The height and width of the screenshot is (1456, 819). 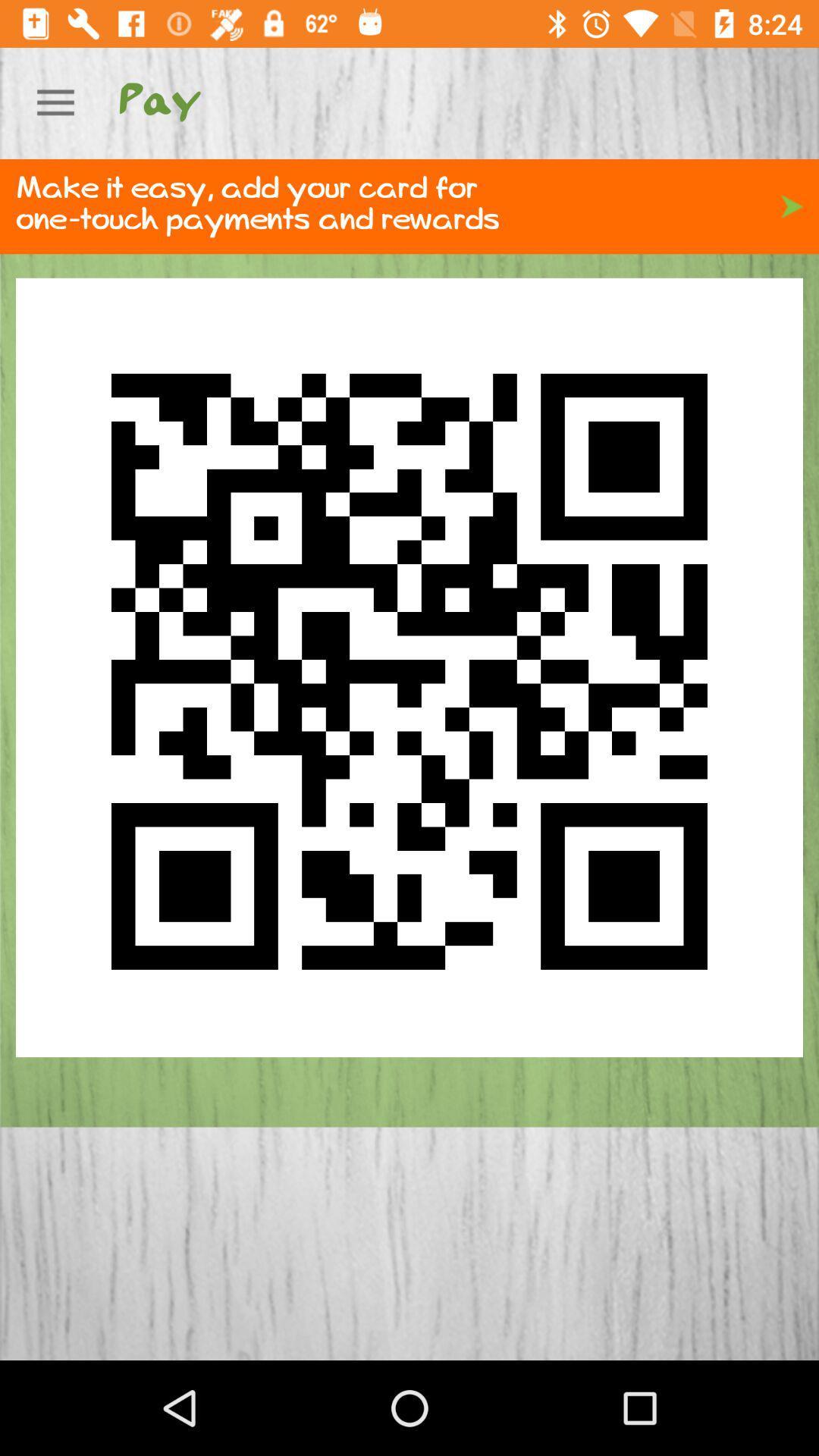 What do you see at coordinates (55, 102) in the screenshot?
I see `the app next to pay` at bounding box center [55, 102].